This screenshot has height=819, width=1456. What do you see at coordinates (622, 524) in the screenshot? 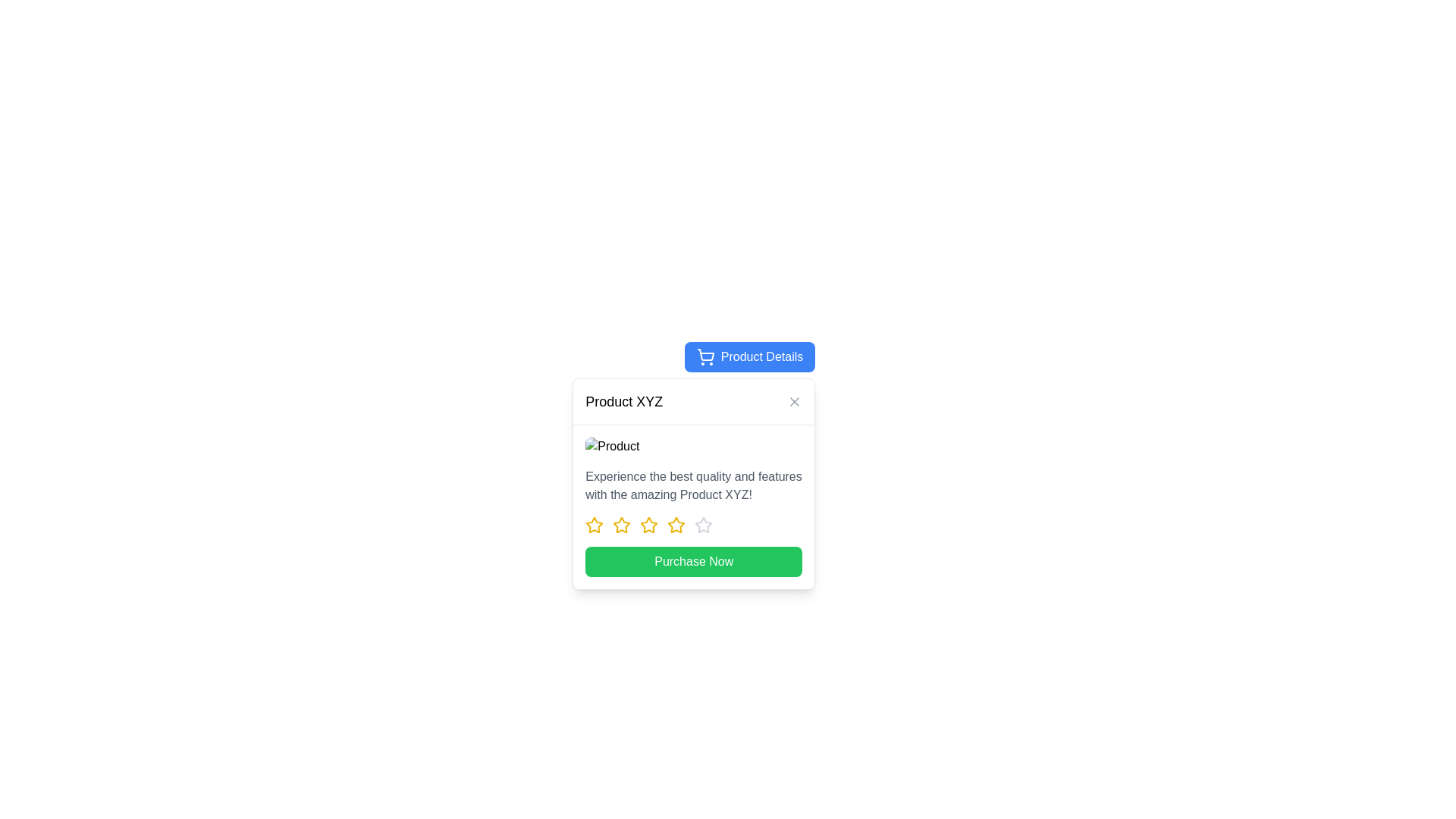
I see `the second star icon in the rating system` at bounding box center [622, 524].